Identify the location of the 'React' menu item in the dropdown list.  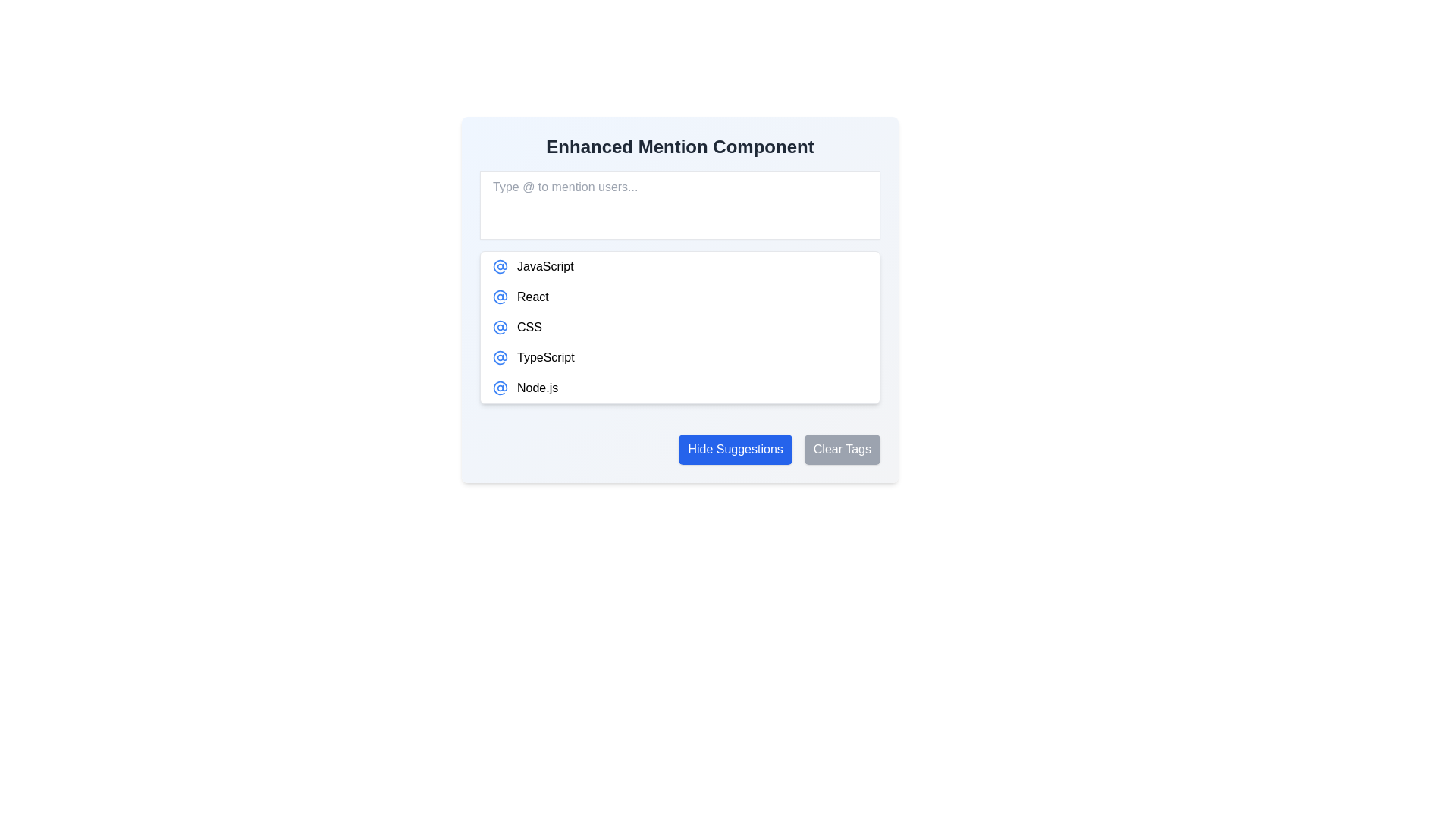
(679, 297).